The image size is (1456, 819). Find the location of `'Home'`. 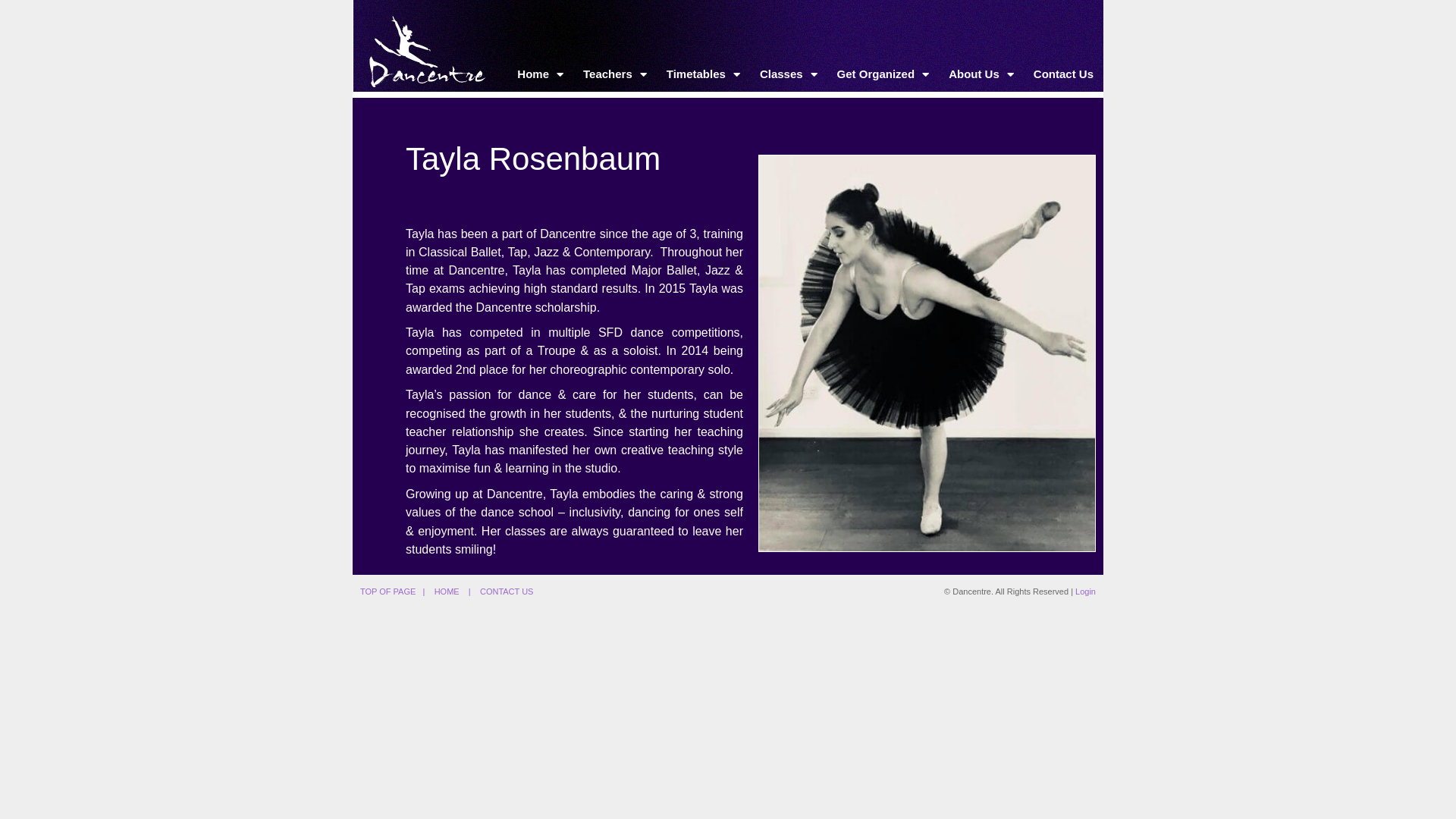

'Home' is located at coordinates (507, 74).